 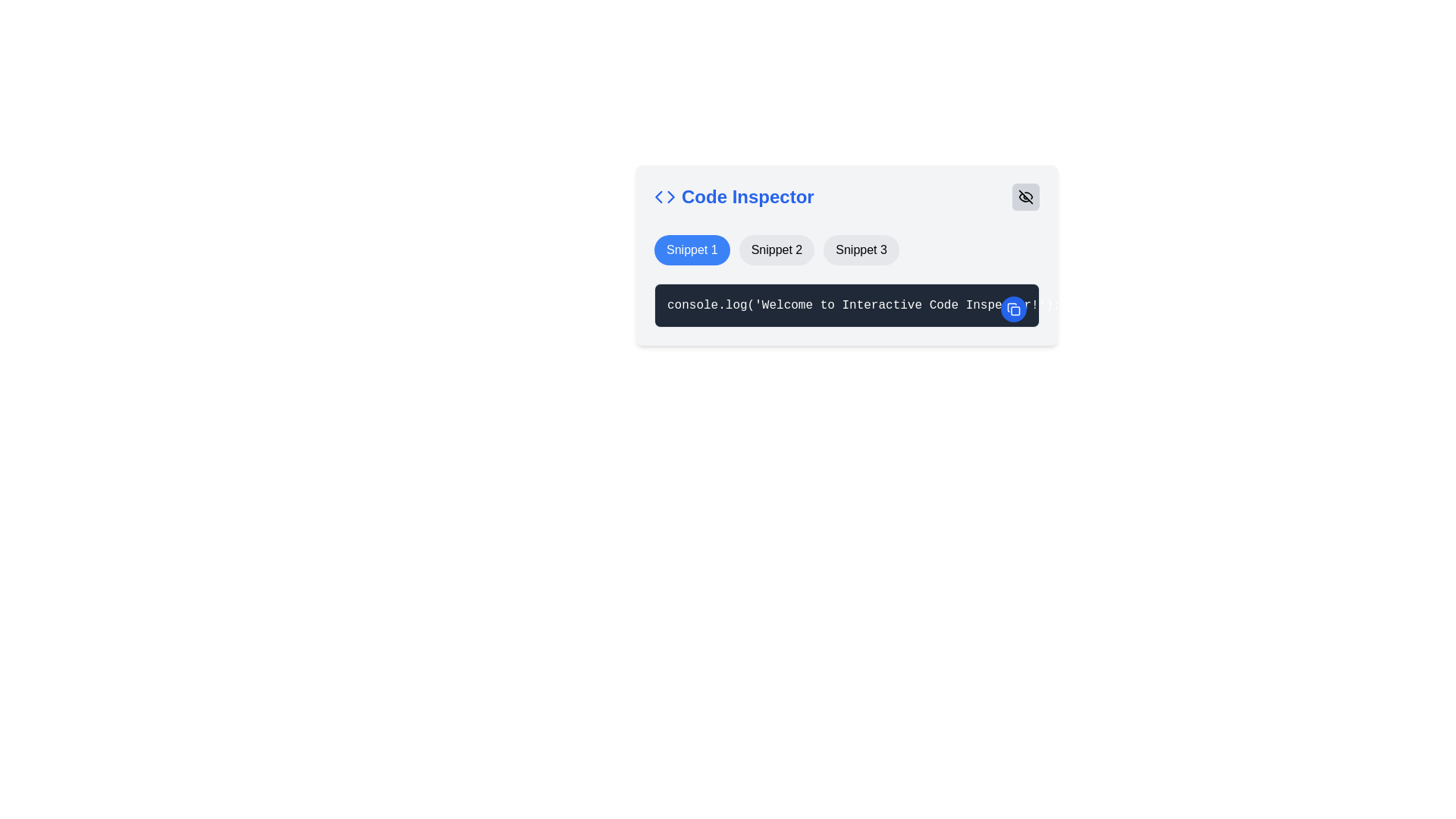 I want to click on the visibility toggle button located to the far right of the 'Code Inspector' text and the snippet buttons, so click(x=1026, y=196).